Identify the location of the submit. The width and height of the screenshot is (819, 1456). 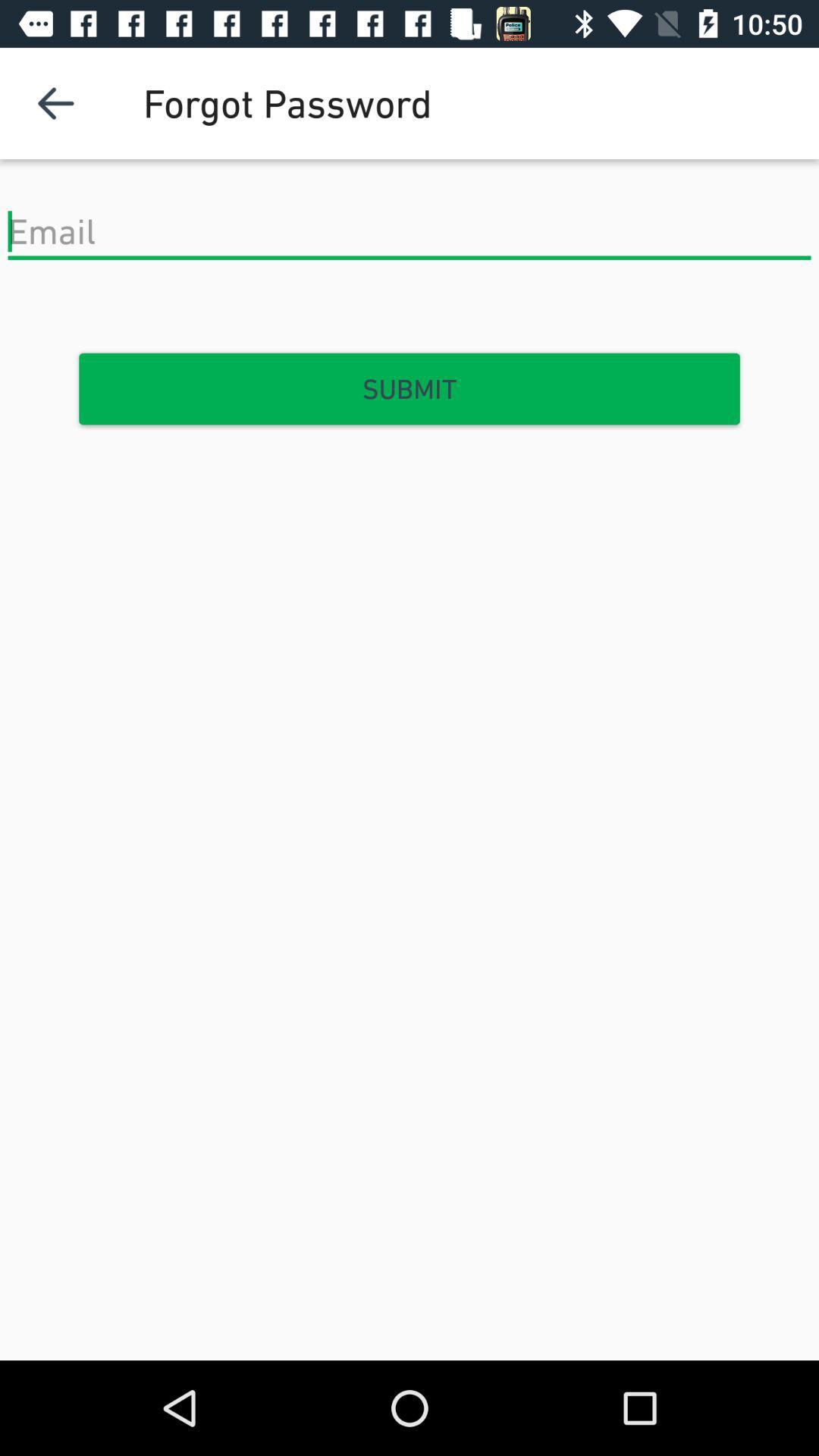
(409, 389).